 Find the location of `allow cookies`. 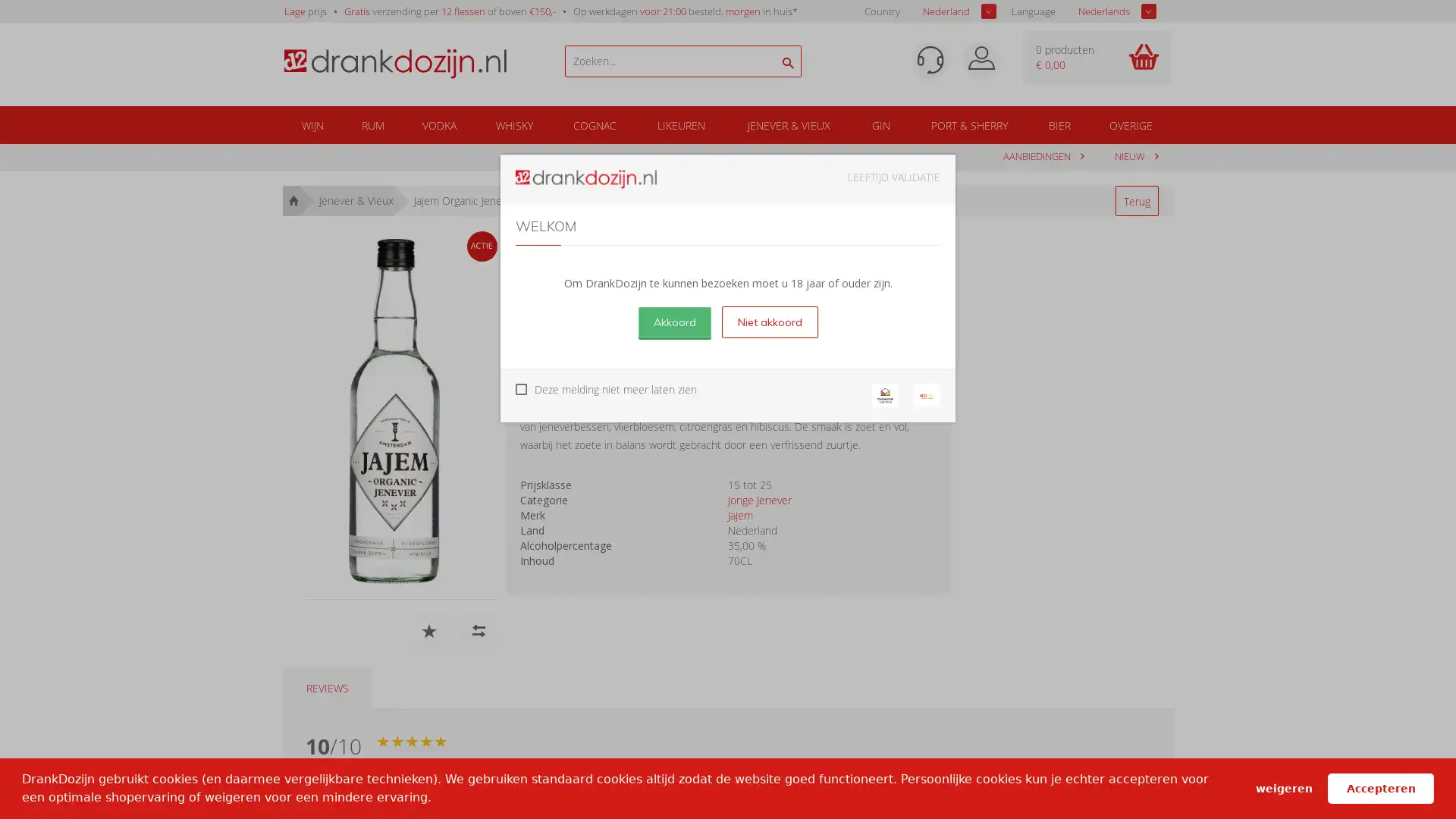

allow cookies is located at coordinates (1380, 787).